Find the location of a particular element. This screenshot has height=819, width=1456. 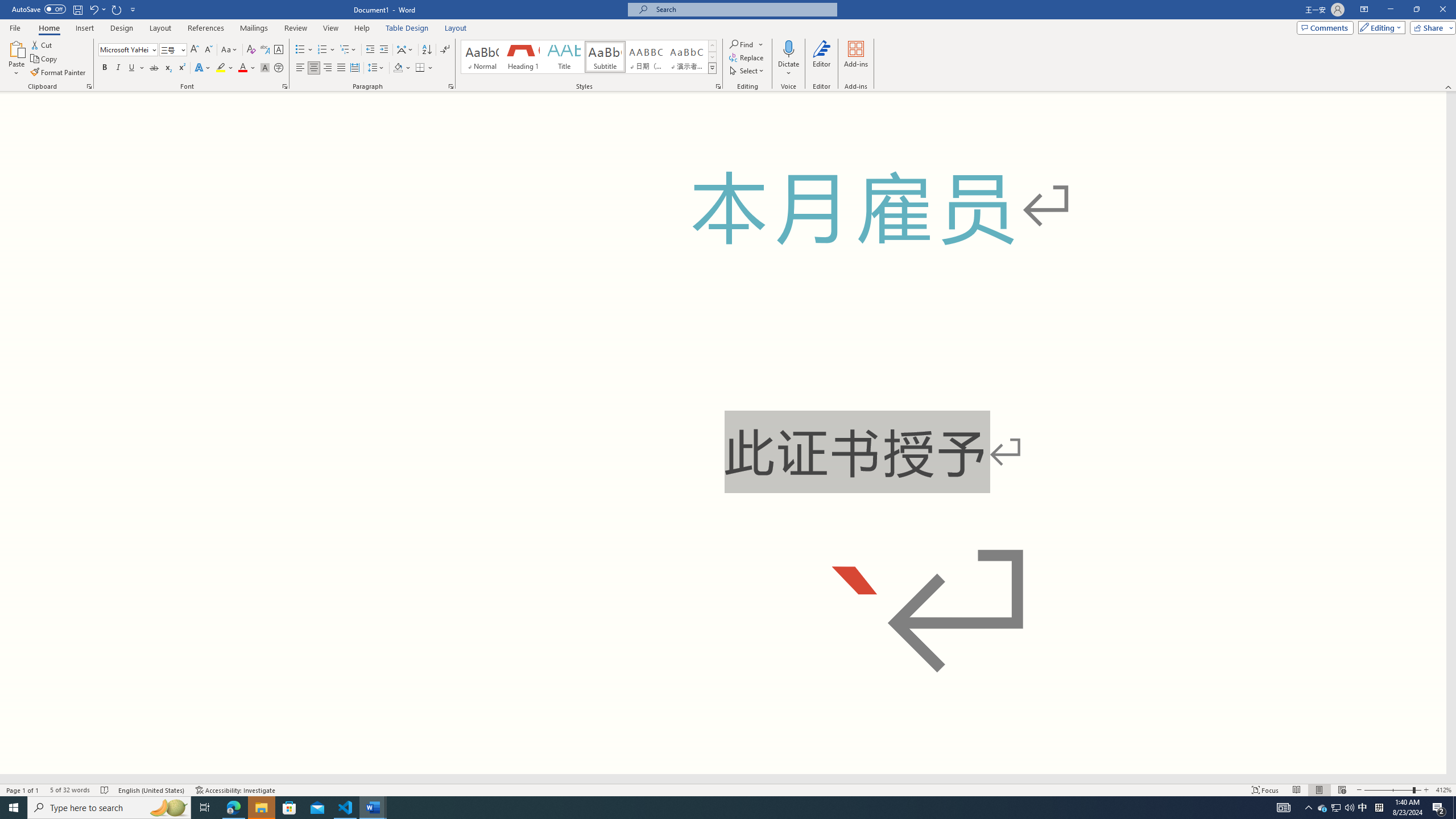

'Office Clipboard...' is located at coordinates (88, 85).